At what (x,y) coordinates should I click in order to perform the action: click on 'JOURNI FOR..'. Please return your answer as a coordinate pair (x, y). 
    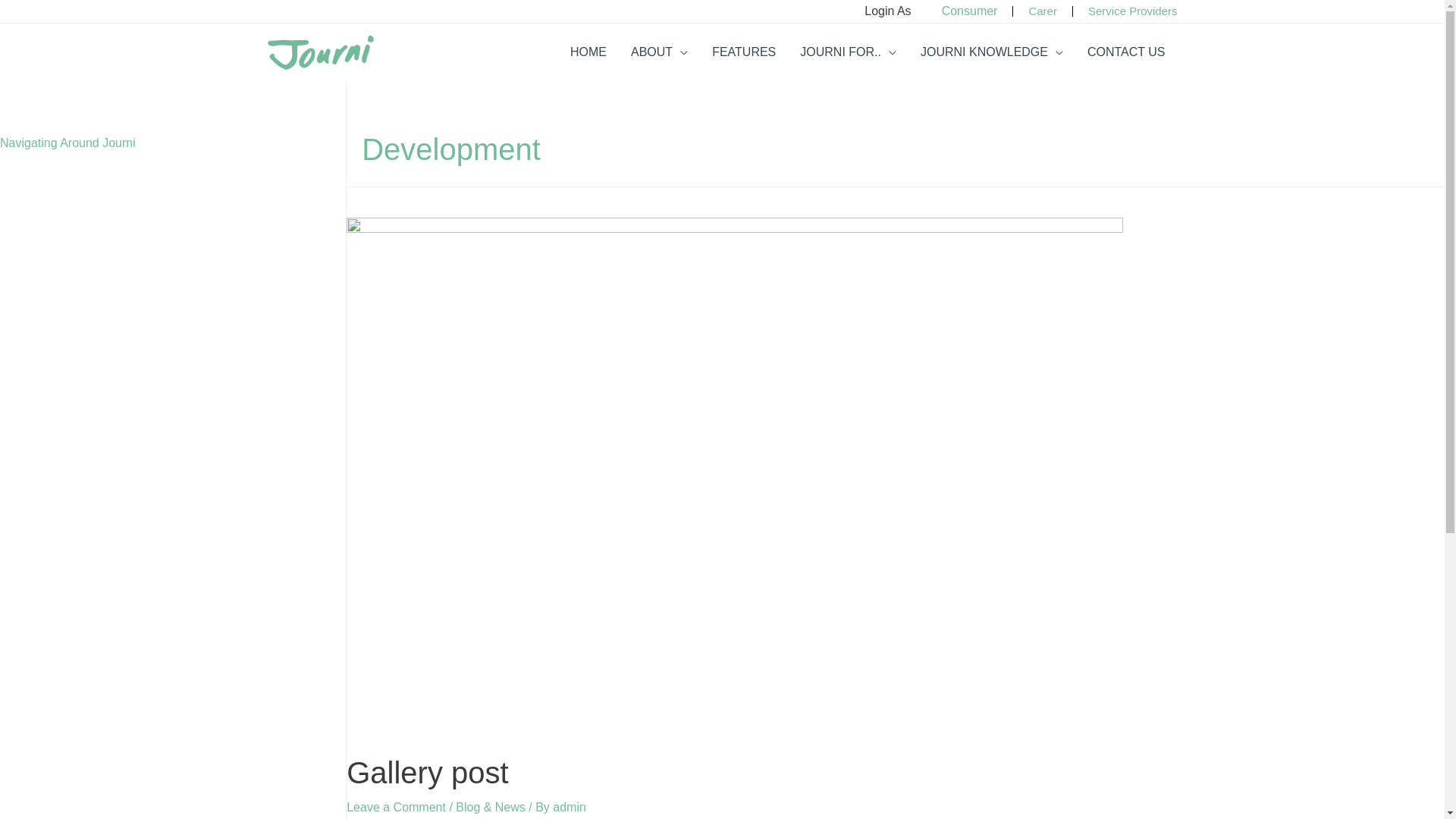
    Looking at the image, I should click on (847, 52).